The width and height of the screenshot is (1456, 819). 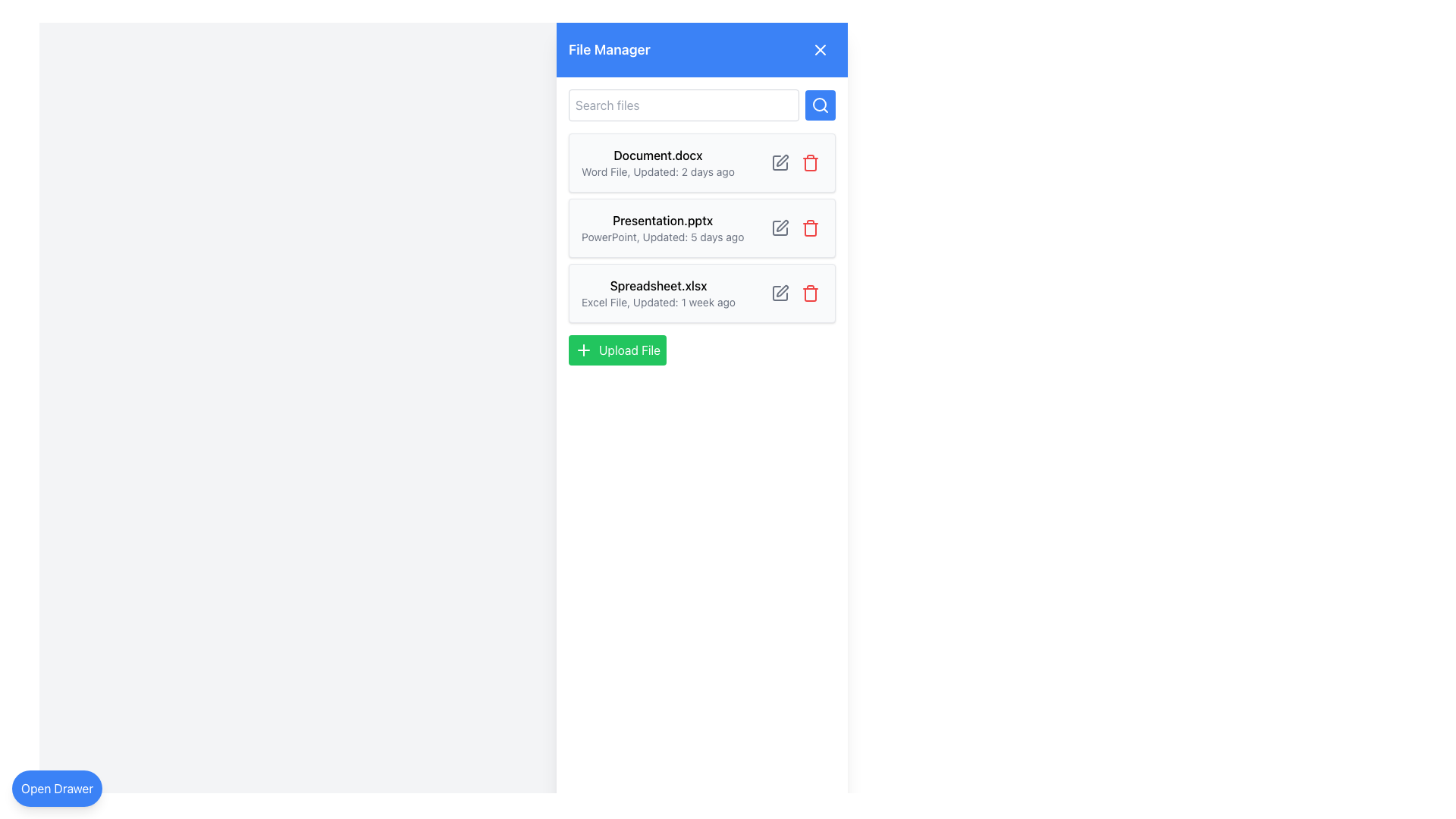 What do you see at coordinates (658, 171) in the screenshot?
I see `metadata displayed in the Text label showing 'Word File, Updated: 2 days ago', which is located below the title 'Document.docx' in the File Manager interface` at bounding box center [658, 171].